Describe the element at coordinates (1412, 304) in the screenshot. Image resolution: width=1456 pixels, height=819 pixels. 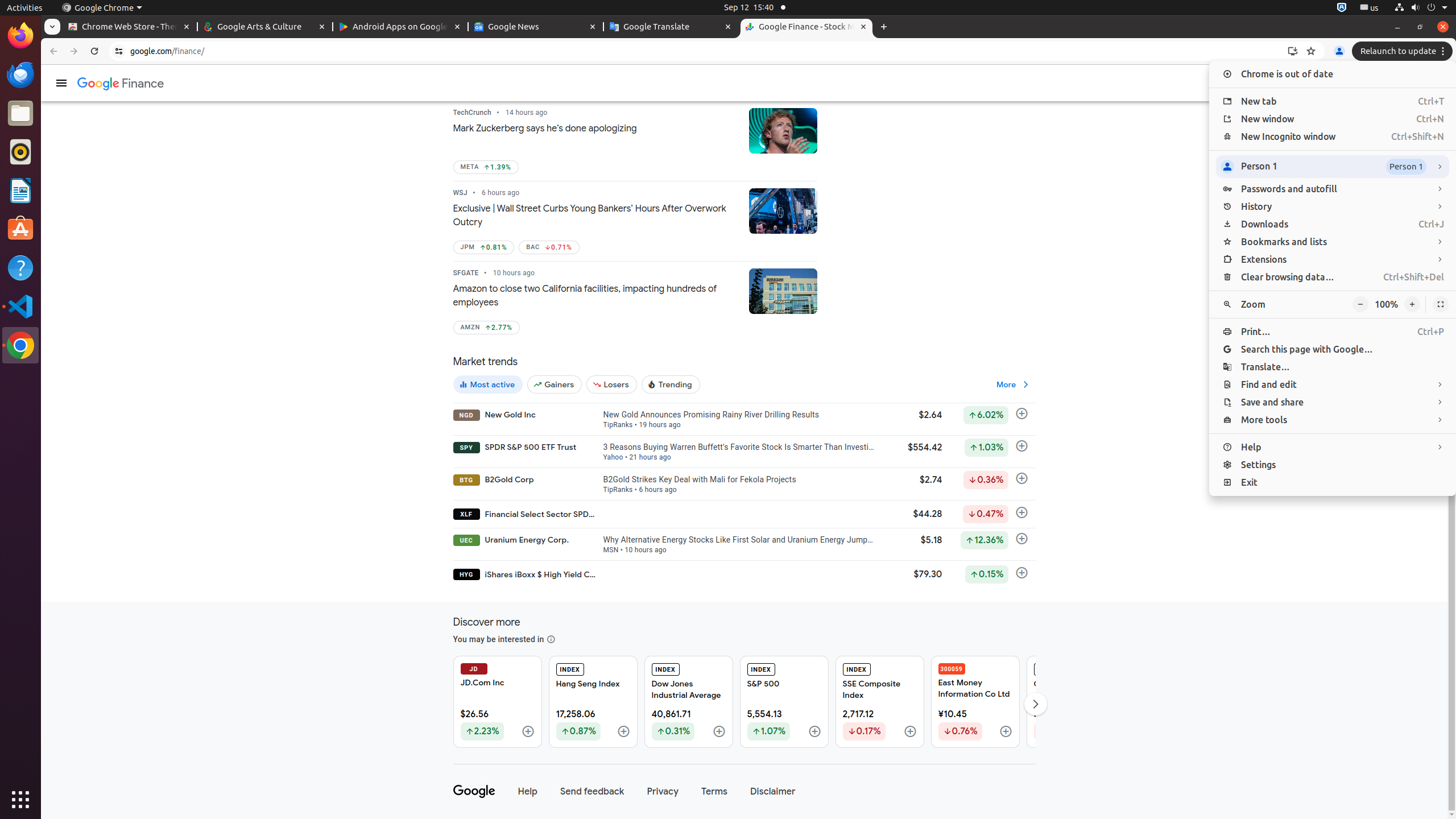
I see `'Make Text Larger'` at that location.